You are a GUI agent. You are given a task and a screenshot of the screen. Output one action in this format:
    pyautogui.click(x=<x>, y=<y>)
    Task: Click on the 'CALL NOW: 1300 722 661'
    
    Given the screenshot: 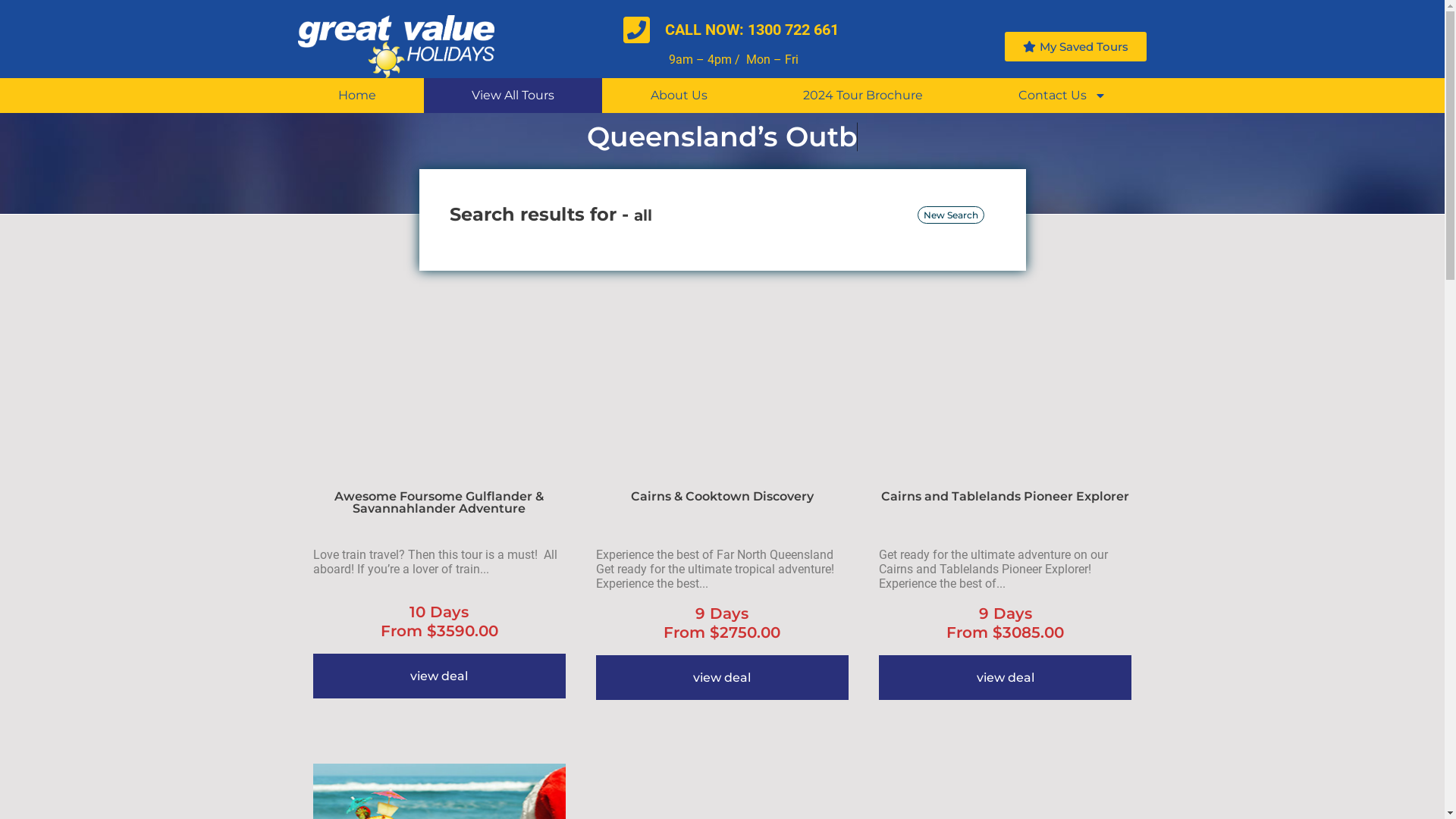 What is the action you would take?
    pyautogui.click(x=731, y=29)
    